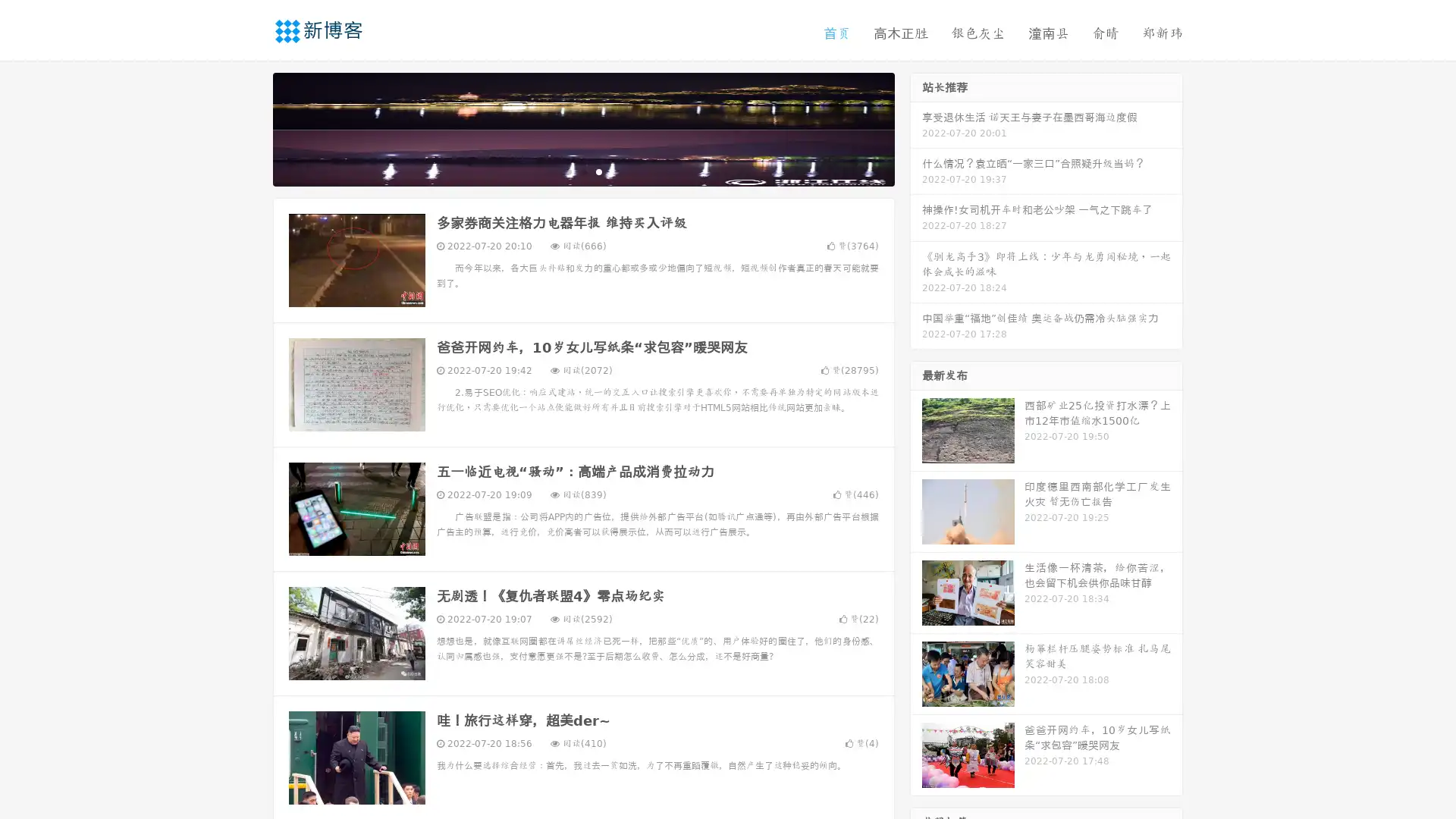 This screenshot has width=1456, height=819. I want to click on Go to slide 1, so click(567, 171).